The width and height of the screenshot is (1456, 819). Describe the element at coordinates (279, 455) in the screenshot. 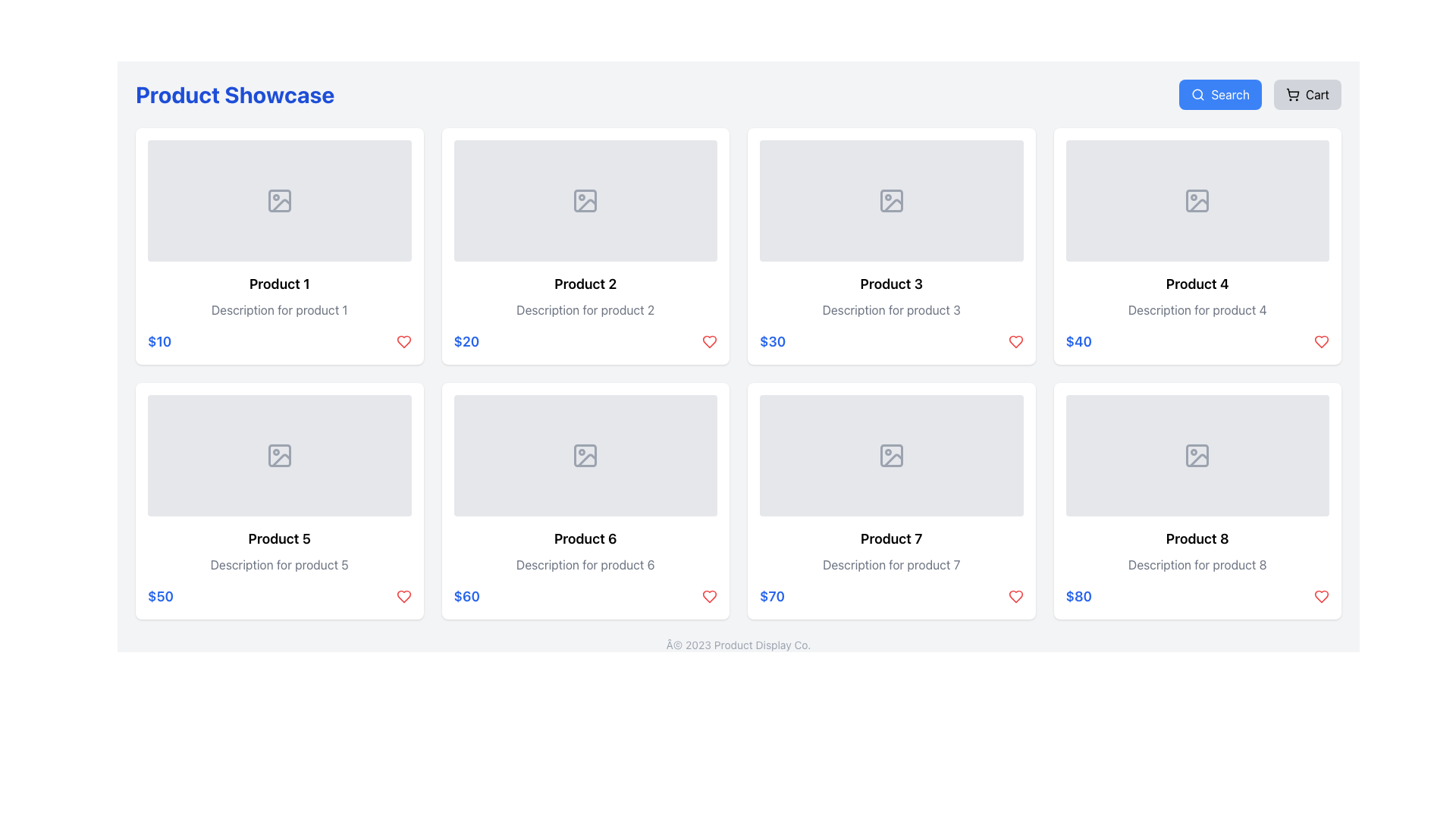

I see `the missing image icon in the top section of the product card labeled 'Product 5'` at that location.